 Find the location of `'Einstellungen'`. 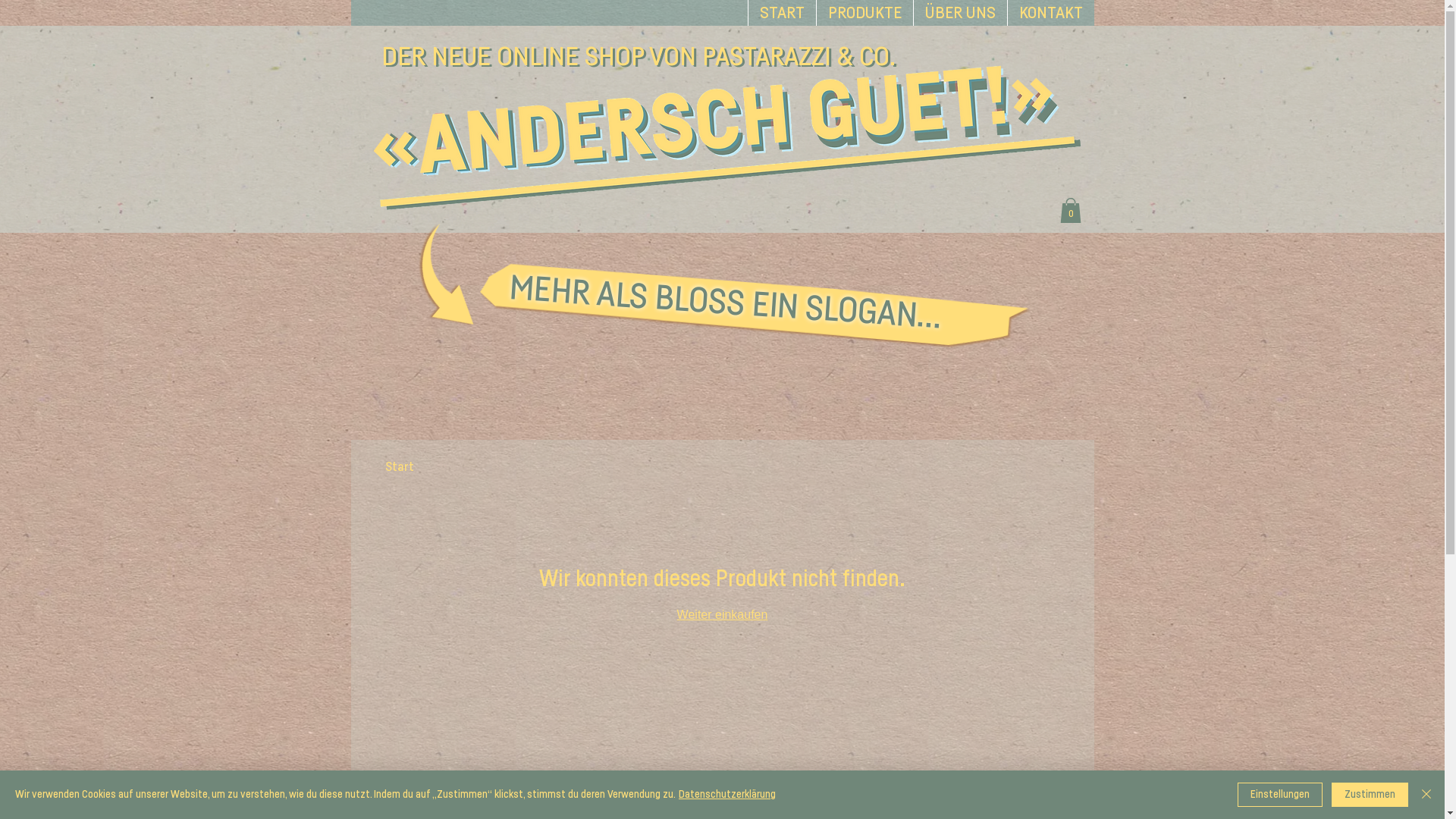

'Einstellungen' is located at coordinates (1279, 794).